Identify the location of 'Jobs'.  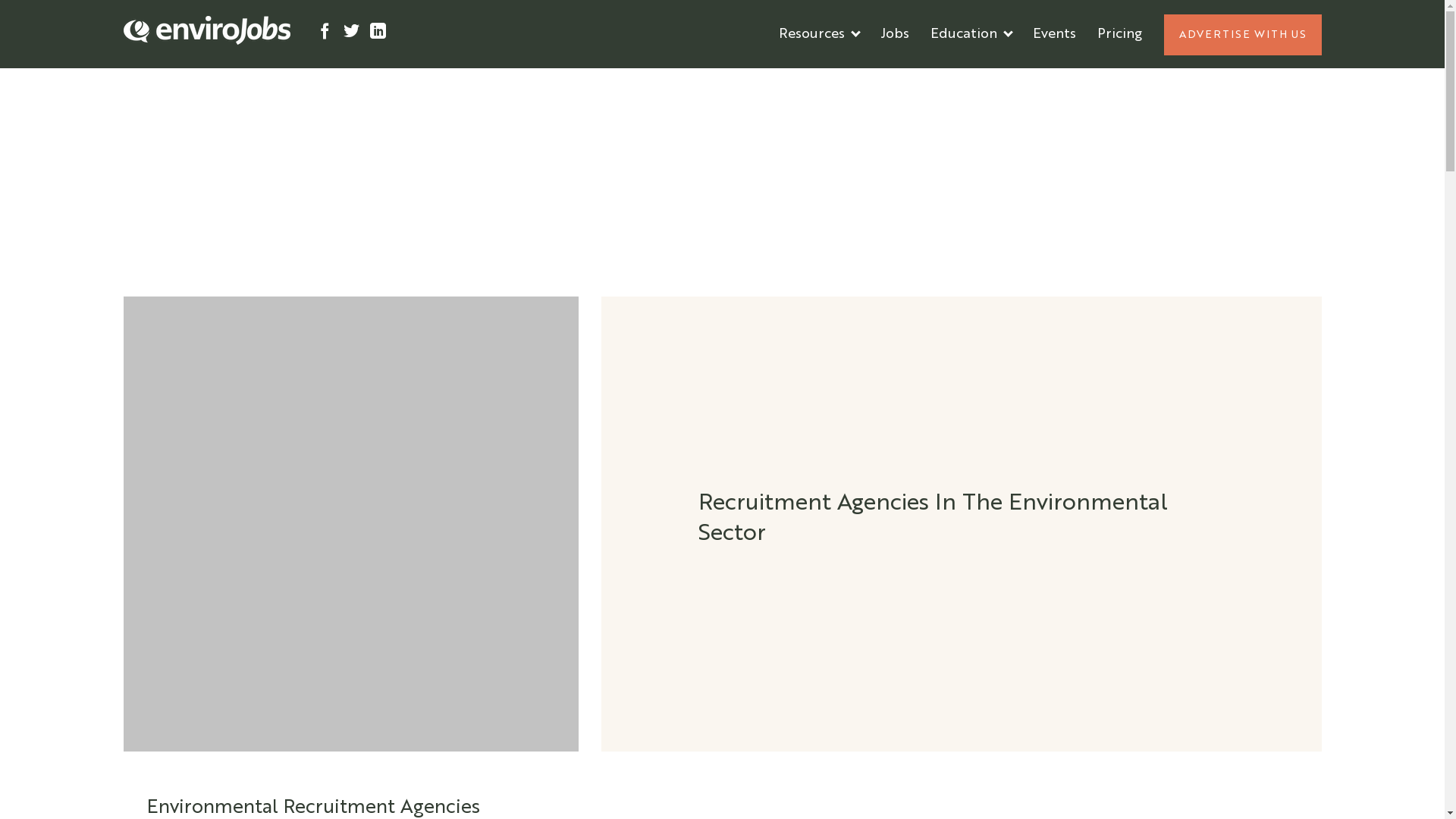
(894, 34).